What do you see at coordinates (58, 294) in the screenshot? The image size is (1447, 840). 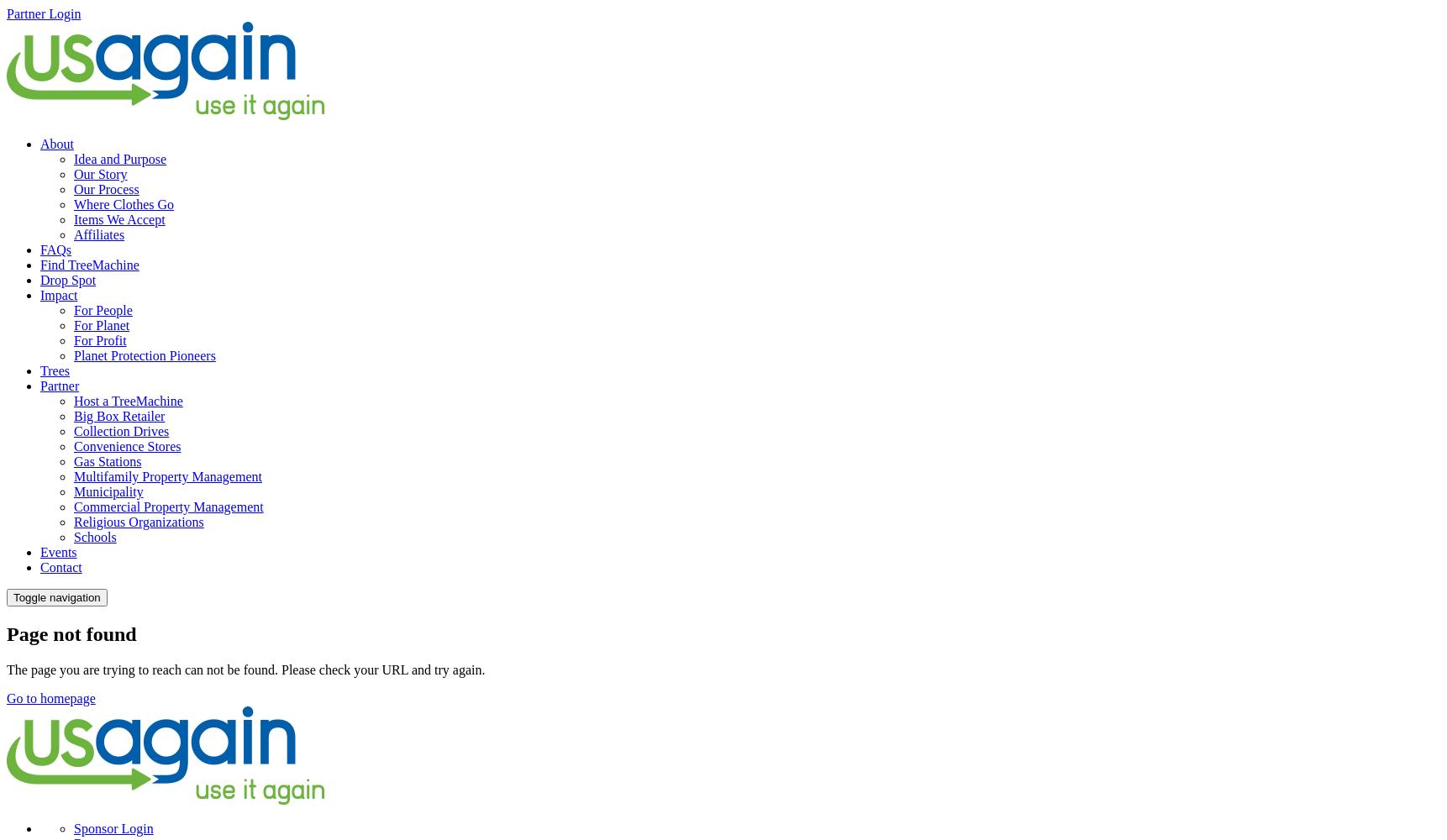 I see `'Impact'` at bounding box center [58, 294].